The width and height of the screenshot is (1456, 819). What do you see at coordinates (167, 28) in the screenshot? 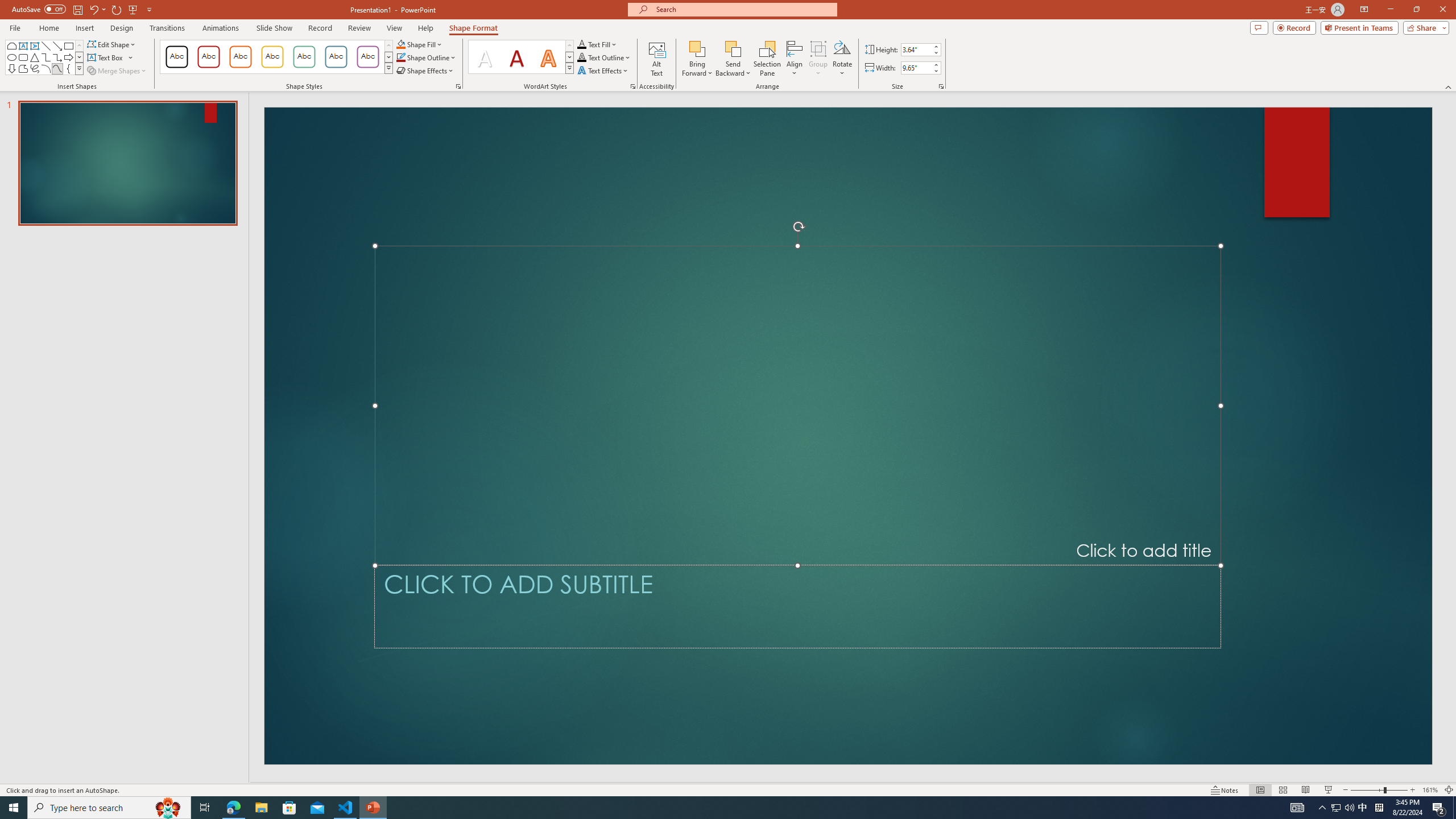
I see `'Transitions'` at bounding box center [167, 28].